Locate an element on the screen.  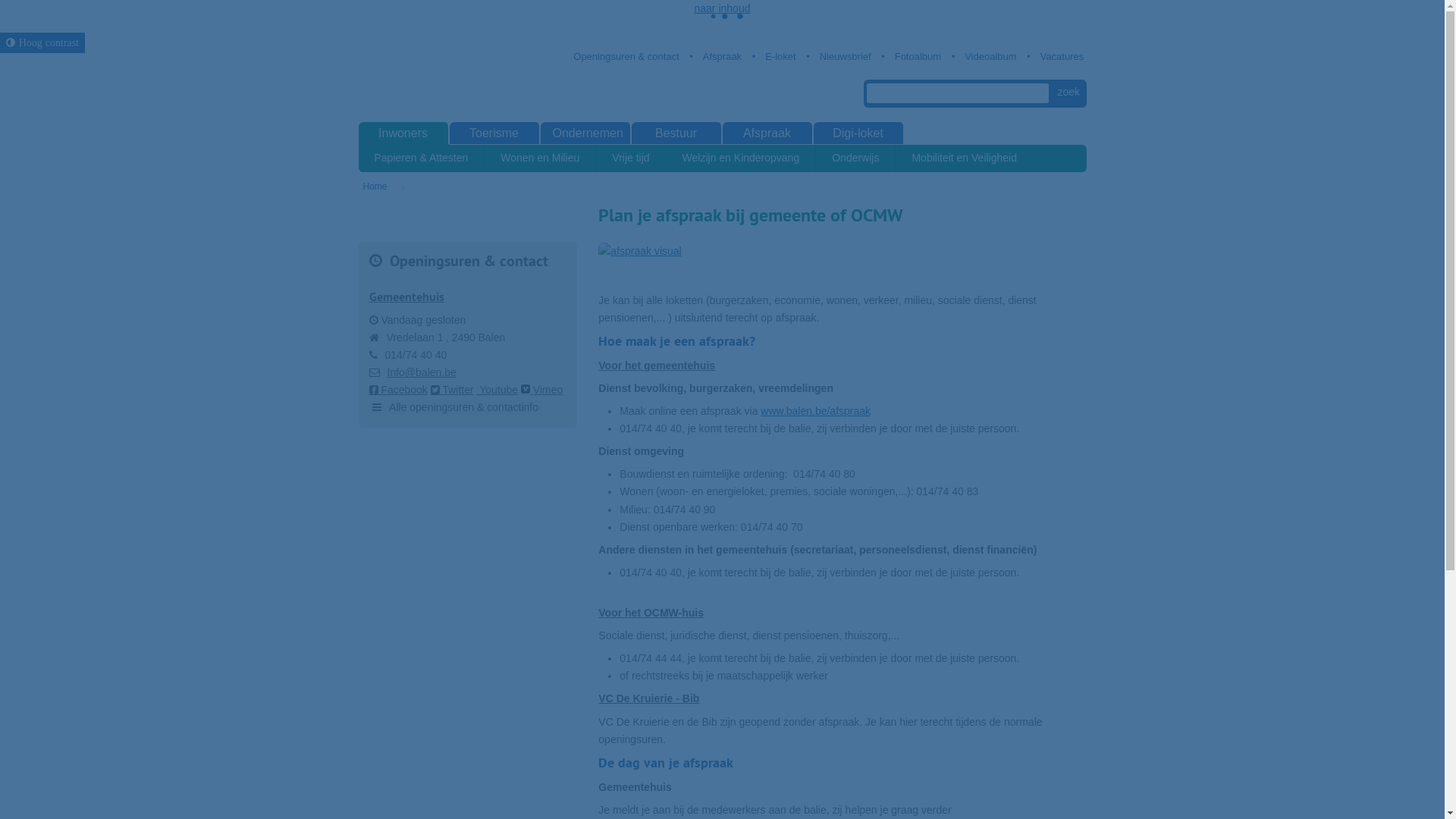
'E-loket' is located at coordinates (749, 55).